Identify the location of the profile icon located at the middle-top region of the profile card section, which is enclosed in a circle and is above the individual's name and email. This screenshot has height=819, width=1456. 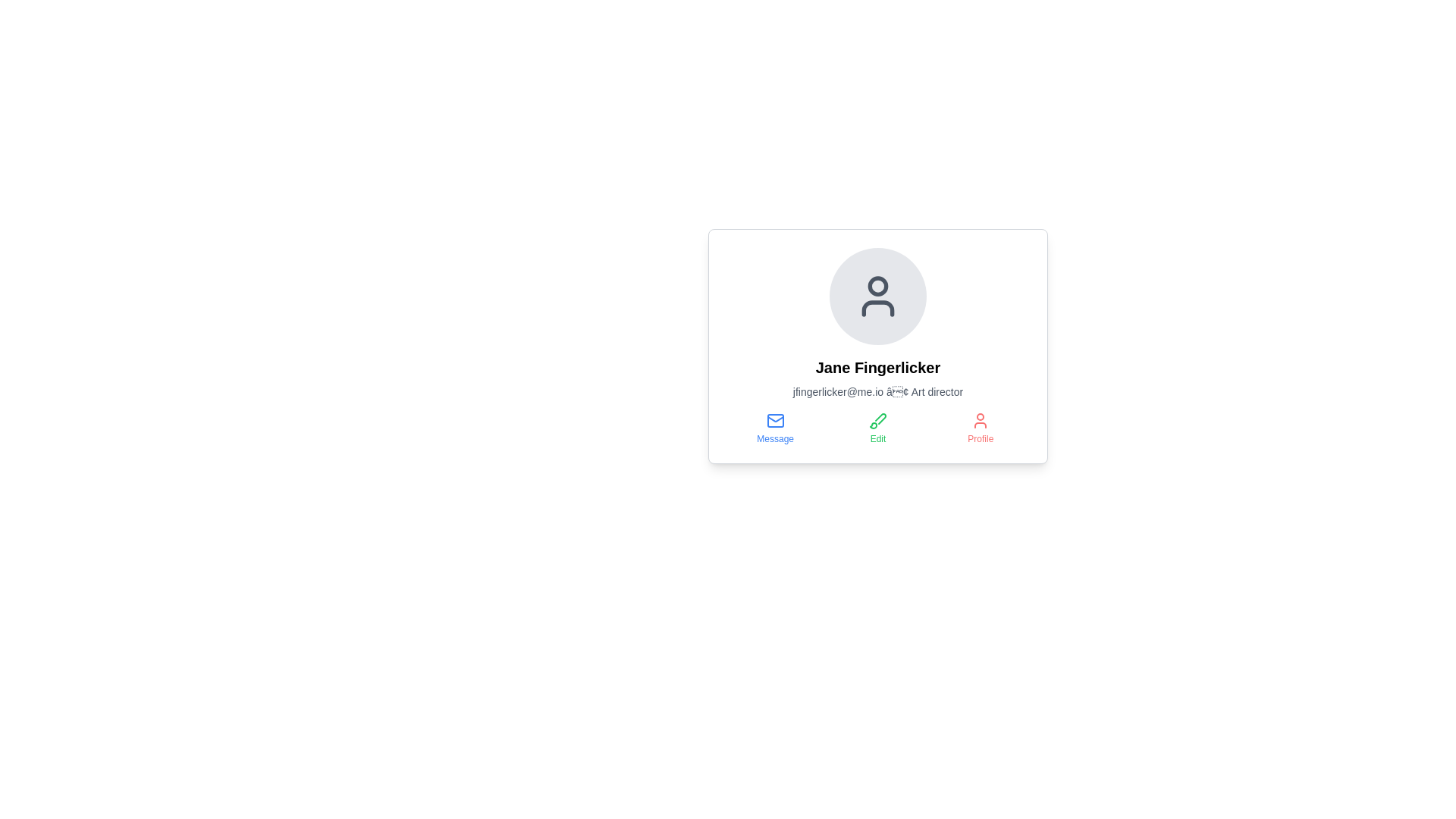
(877, 296).